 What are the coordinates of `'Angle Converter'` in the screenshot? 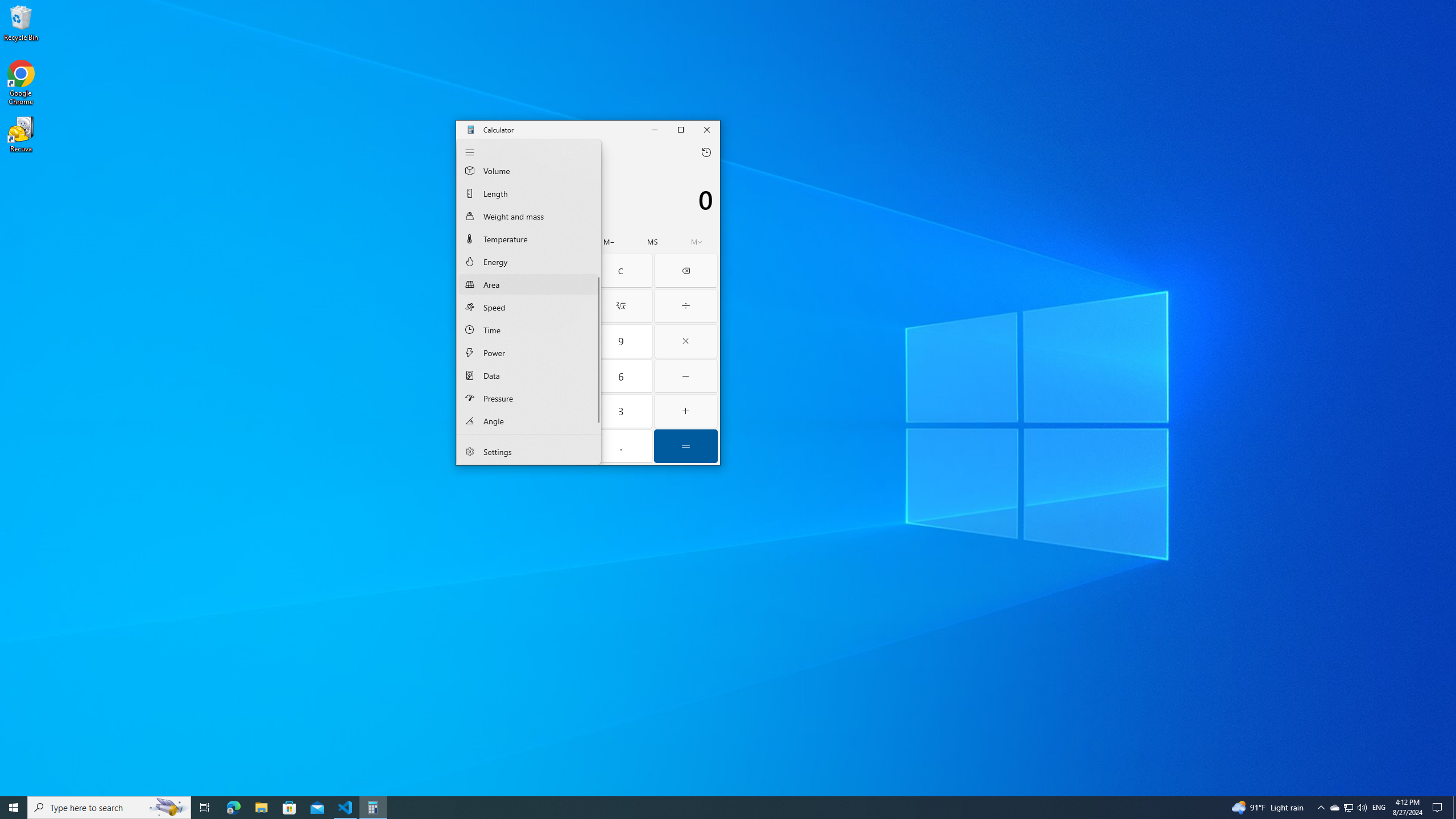 It's located at (528, 420).